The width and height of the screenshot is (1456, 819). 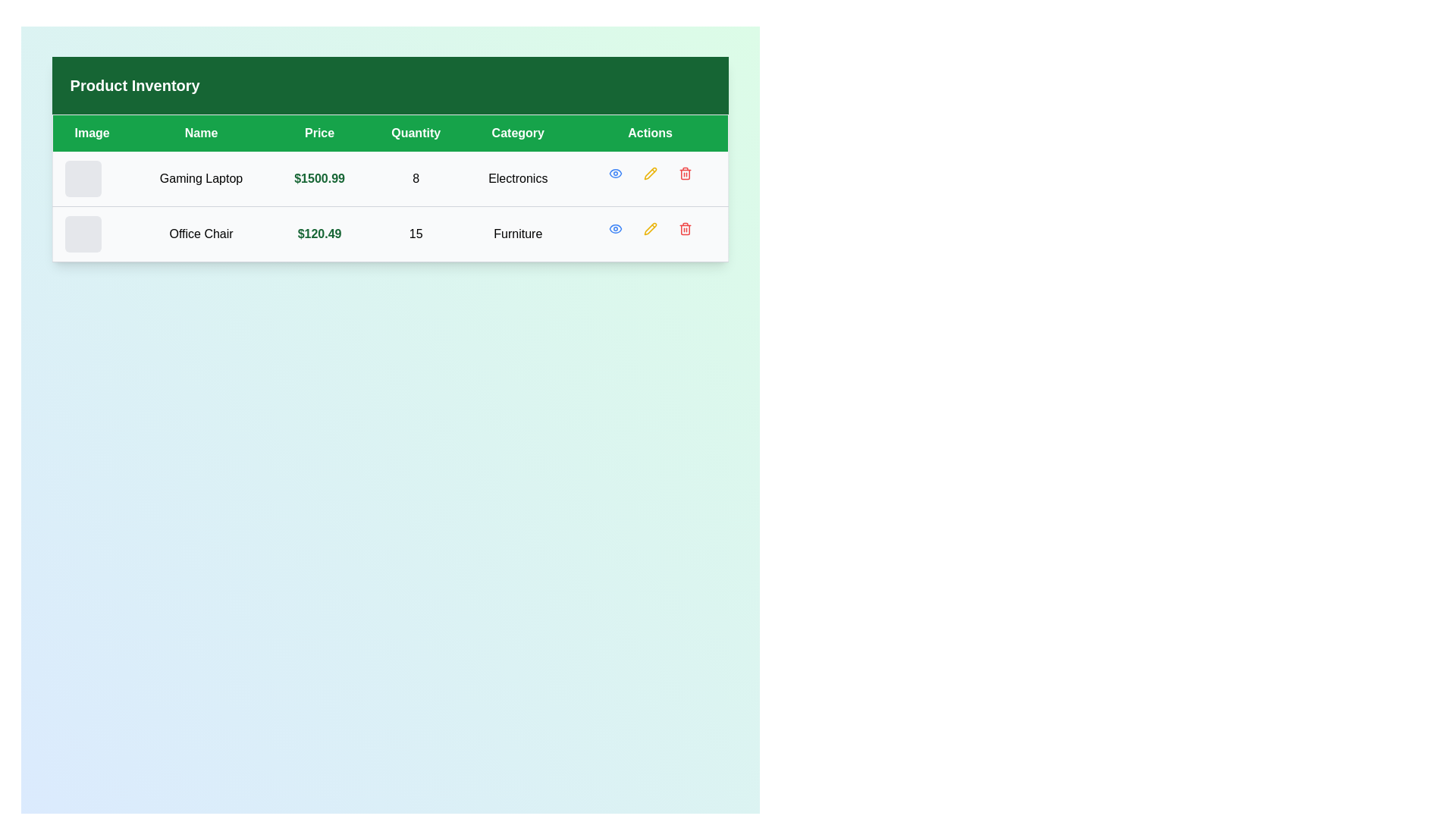 I want to click on the pencil-shaped icon outlined in orange or yellow located in the 'Actions' column of the second row, so click(x=650, y=228).